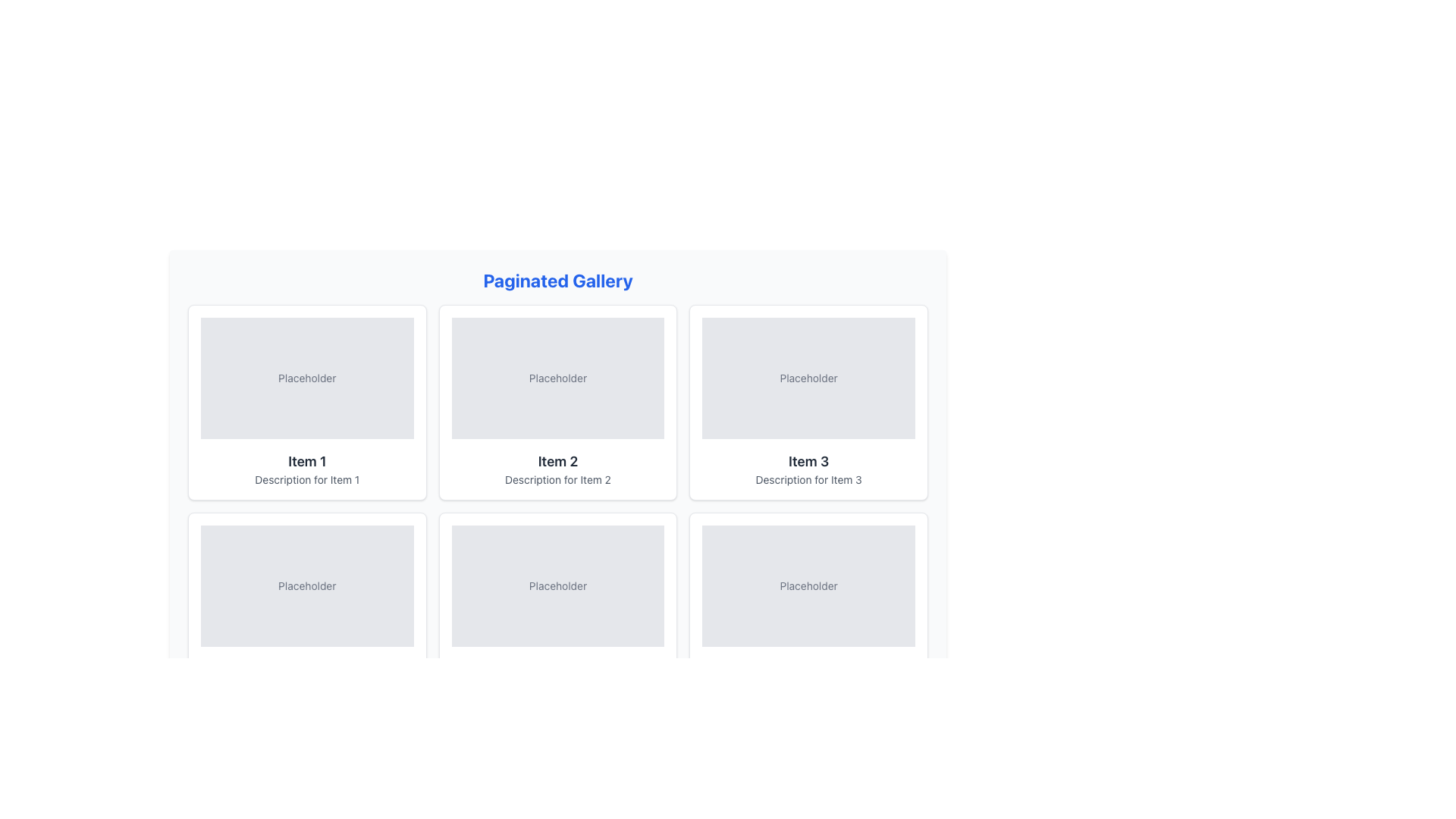  Describe the element at coordinates (557, 479) in the screenshot. I see `text label displaying 'Description for Item 2' located underneath the title 'Item 2' in the second card of the top row` at that location.